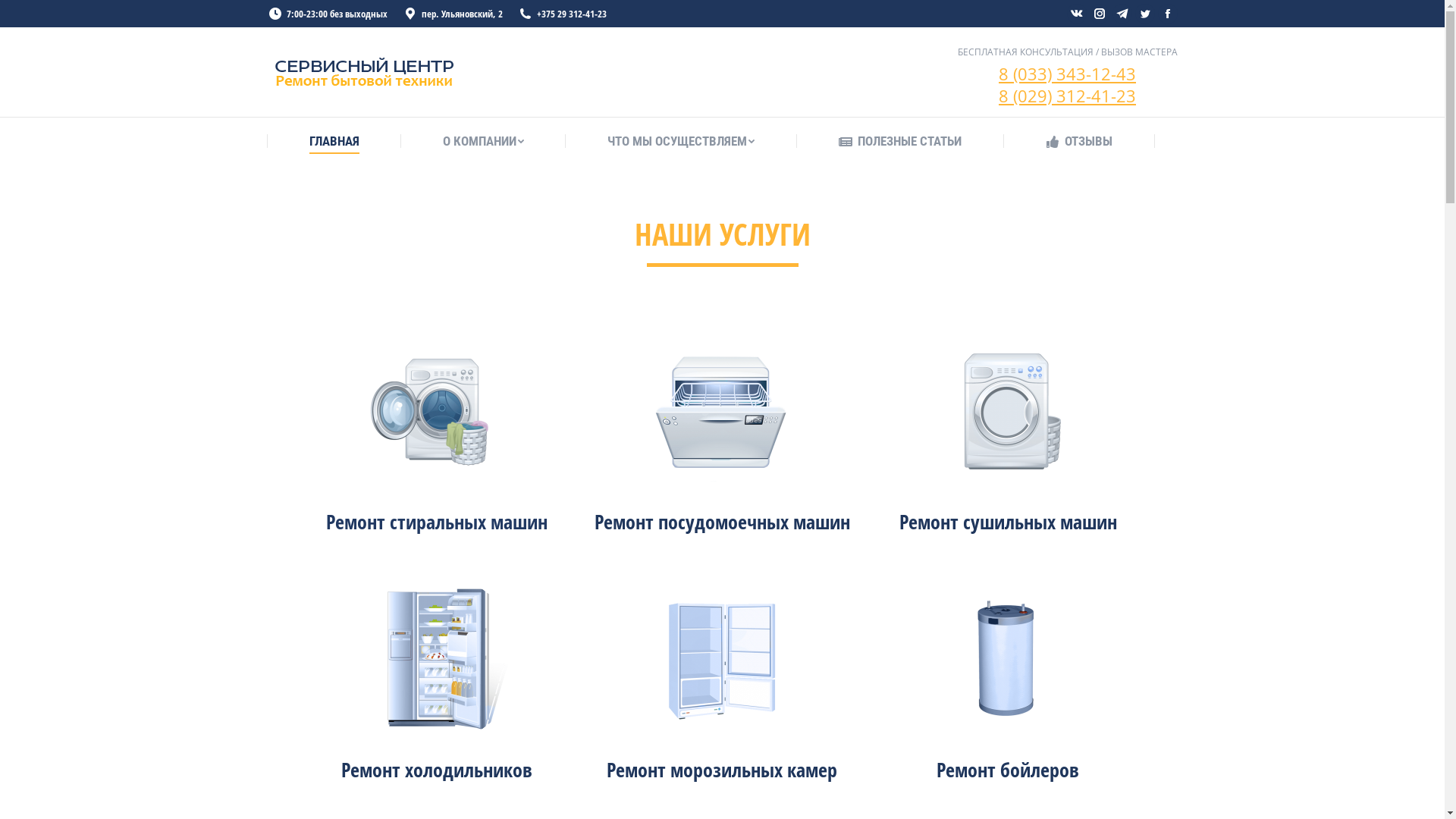  Describe the element at coordinates (998, 73) in the screenshot. I see `'8 (033) 343-12-43'` at that location.